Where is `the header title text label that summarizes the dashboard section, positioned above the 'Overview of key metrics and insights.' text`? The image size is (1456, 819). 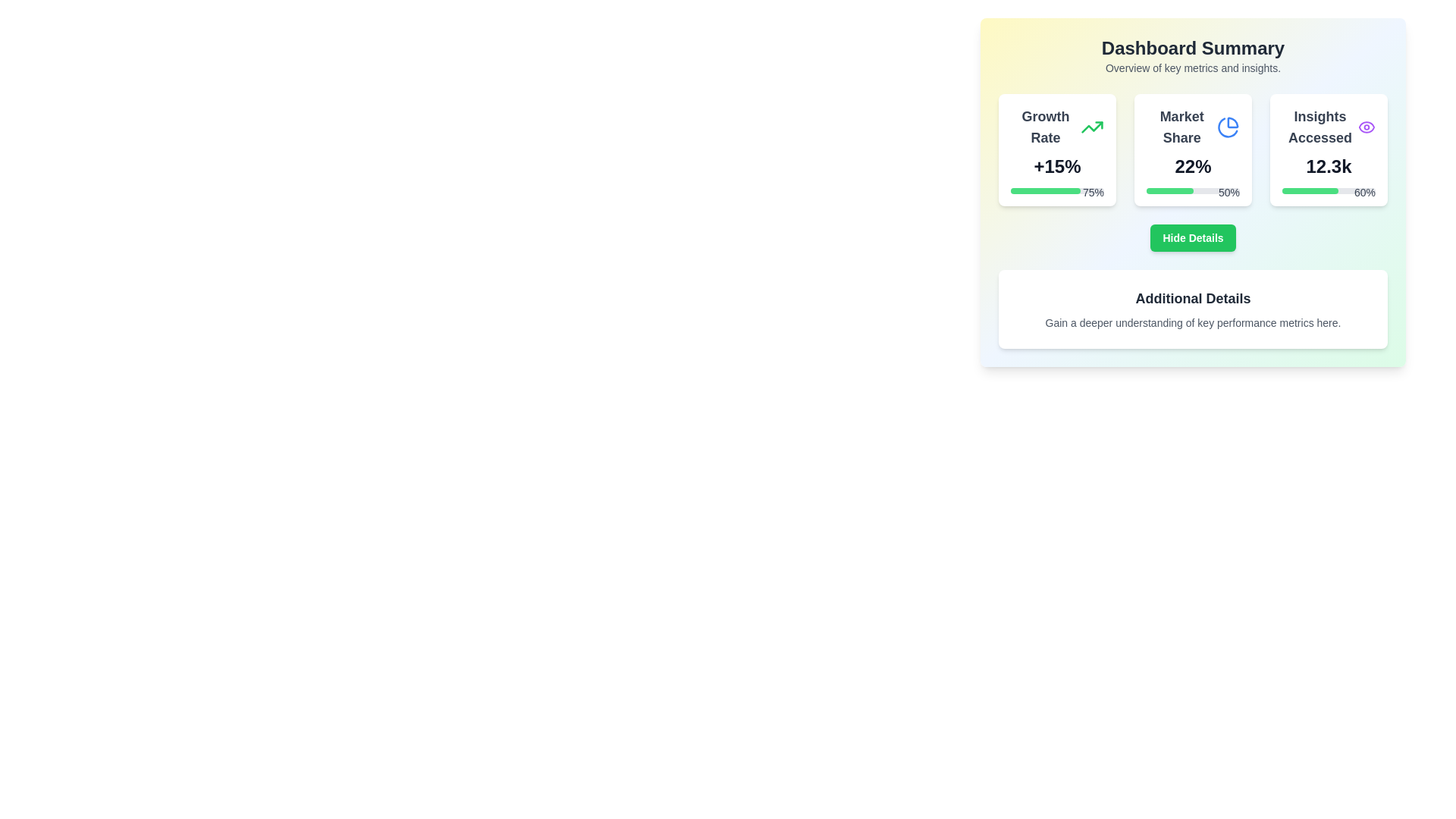
the header title text label that summarizes the dashboard section, positioned above the 'Overview of key metrics and insights.' text is located at coordinates (1192, 48).